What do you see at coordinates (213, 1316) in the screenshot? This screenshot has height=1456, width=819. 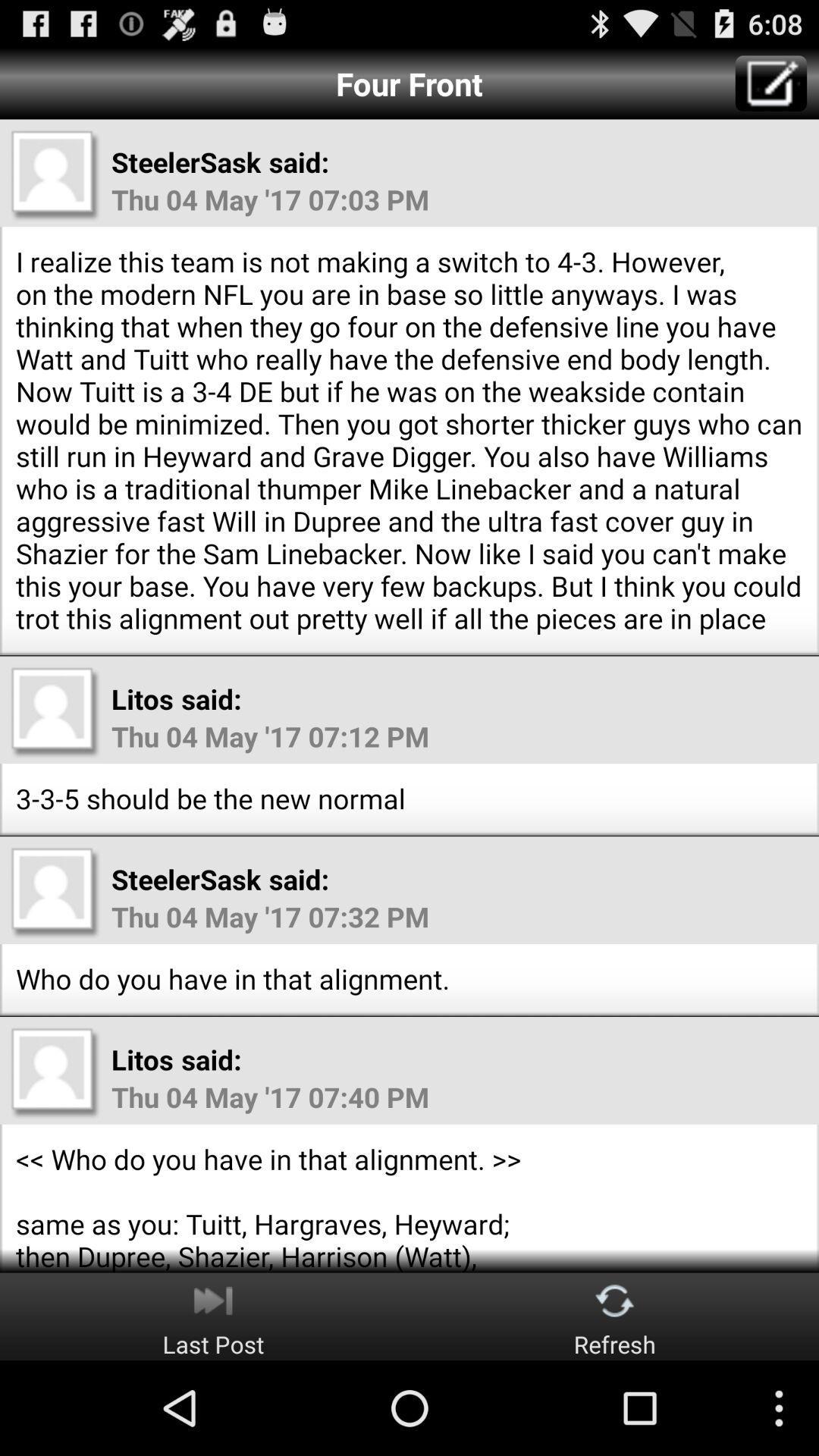 I see `the last post button` at bounding box center [213, 1316].